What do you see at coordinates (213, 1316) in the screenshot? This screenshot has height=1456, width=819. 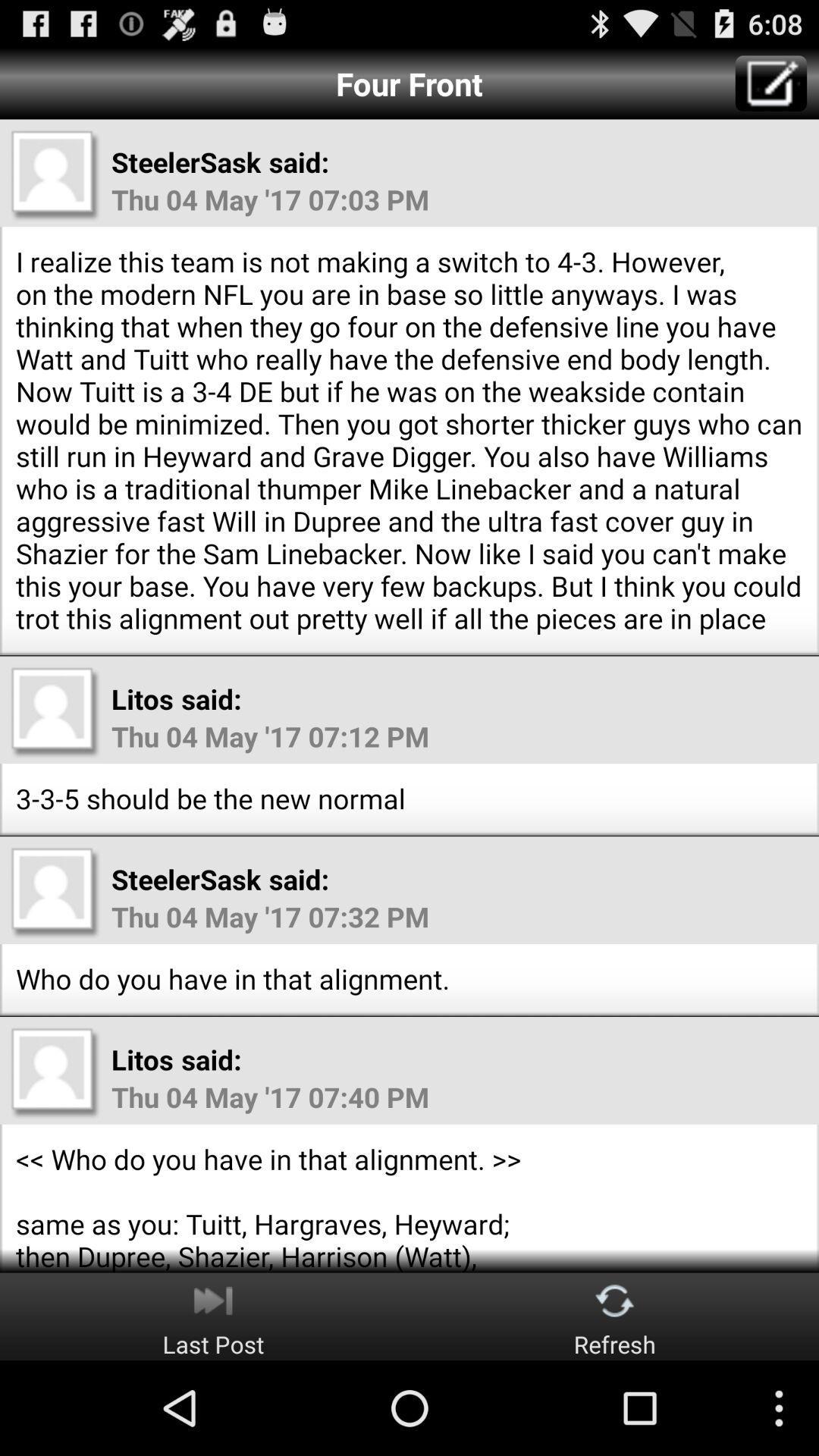 I see `the last post button` at bounding box center [213, 1316].